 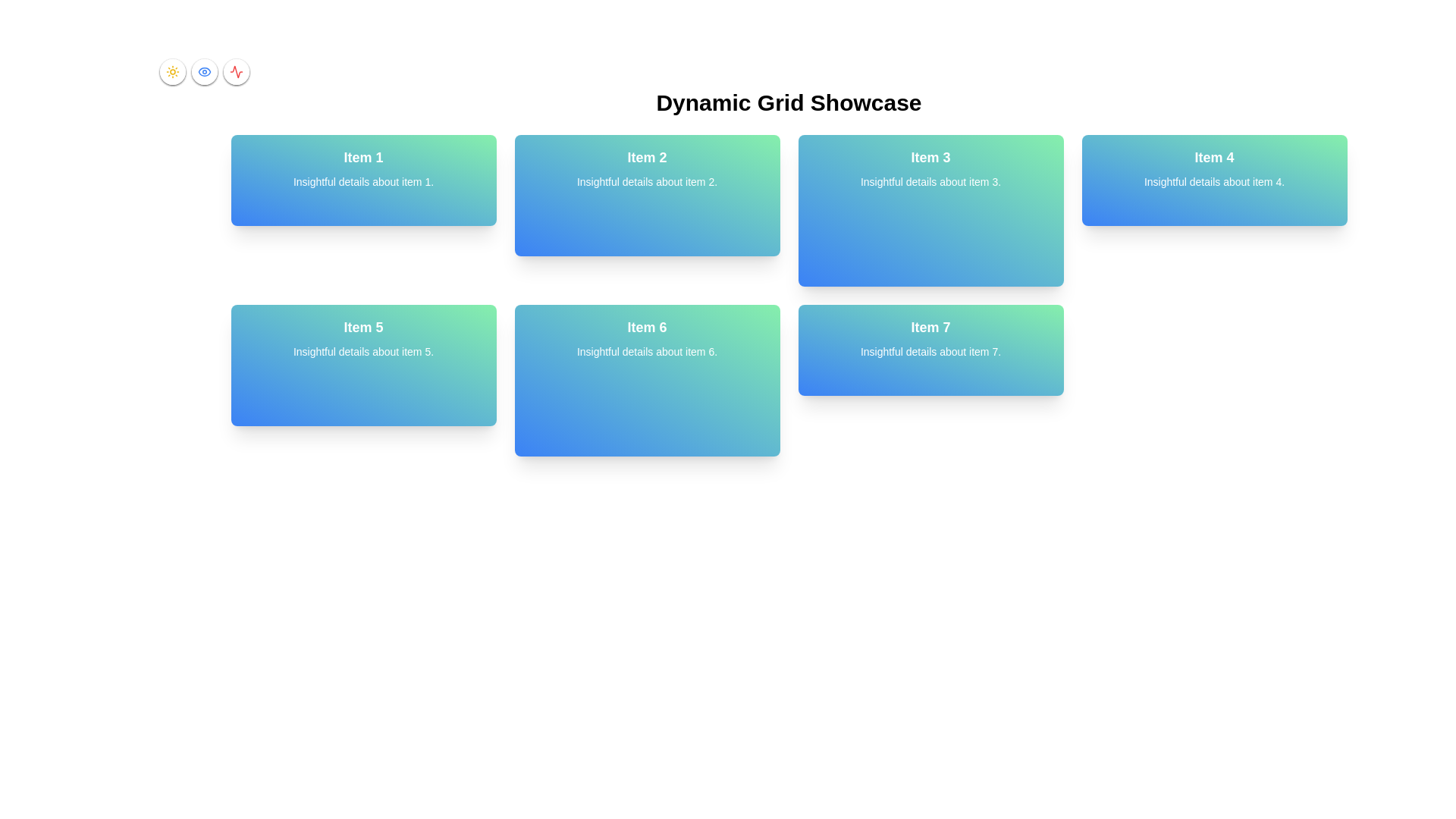 What do you see at coordinates (930, 158) in the screenshot?
I see `text header labeled 'Item 3' located at the top of the third card in the dynamic grid layout for information` at bounding box center [930, 158].